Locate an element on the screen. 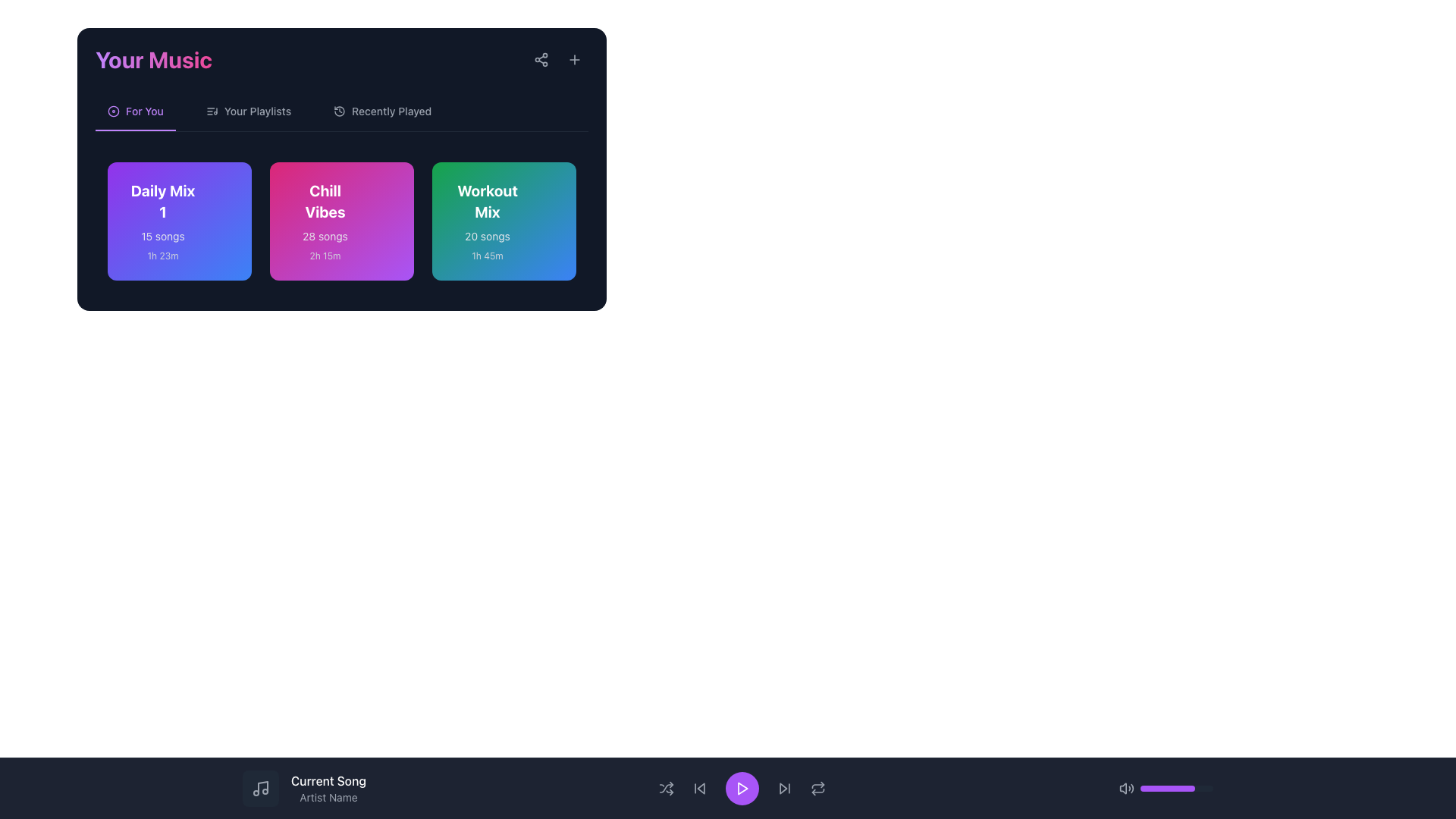 The image size is (1456, 819). text indicating the total duration of music in the 'Chill Vibes' playlist, located at the bottom of the card and below the text '28 songs' is located at coordinates (324, 256).